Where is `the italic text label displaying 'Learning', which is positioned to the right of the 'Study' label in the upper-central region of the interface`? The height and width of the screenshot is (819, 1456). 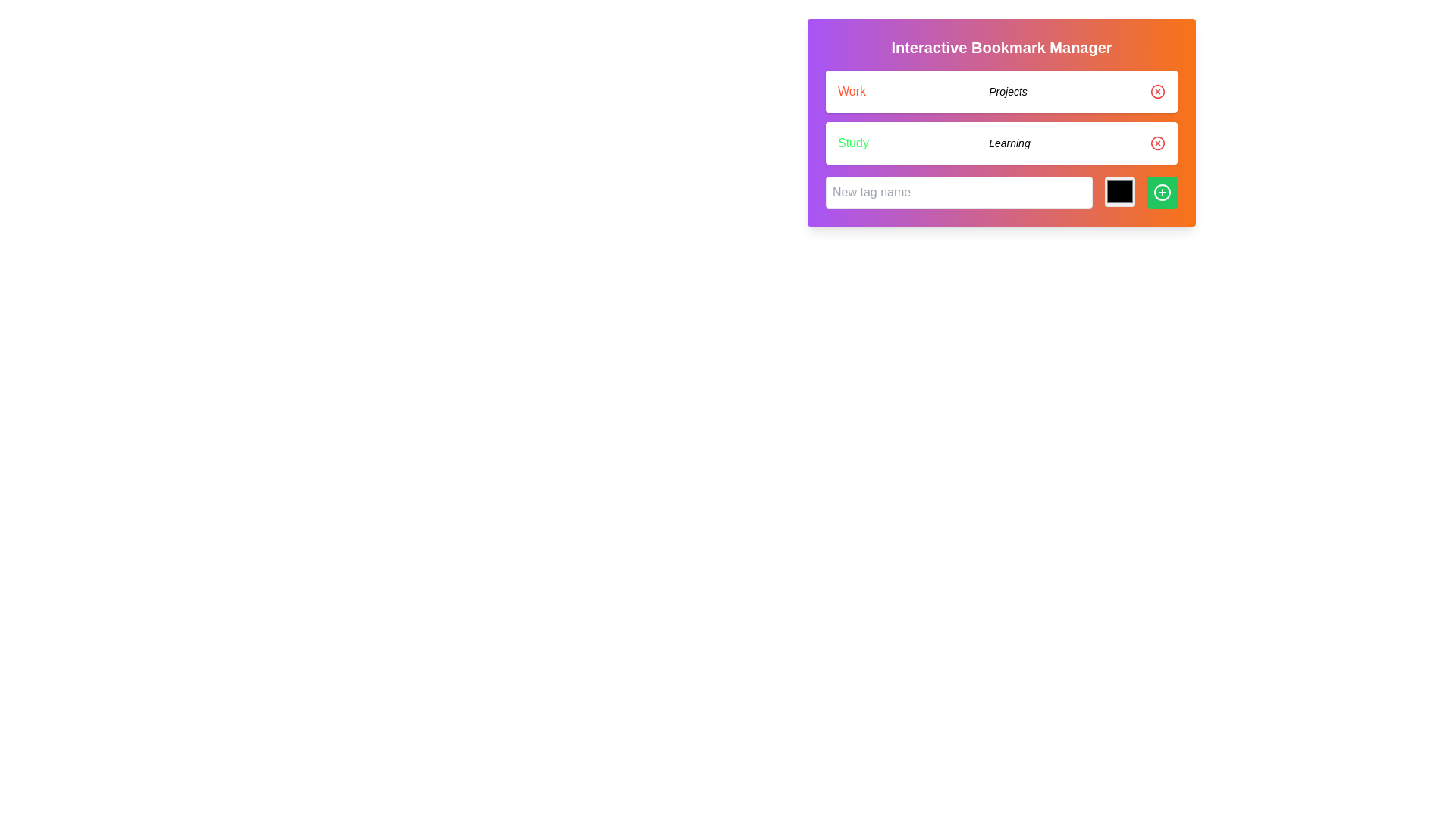
the italic text label displaying 'Learning', which is positioned to the right of the 'Study' label in the upper-central region of the interface is located at coordinates (1009, 143).